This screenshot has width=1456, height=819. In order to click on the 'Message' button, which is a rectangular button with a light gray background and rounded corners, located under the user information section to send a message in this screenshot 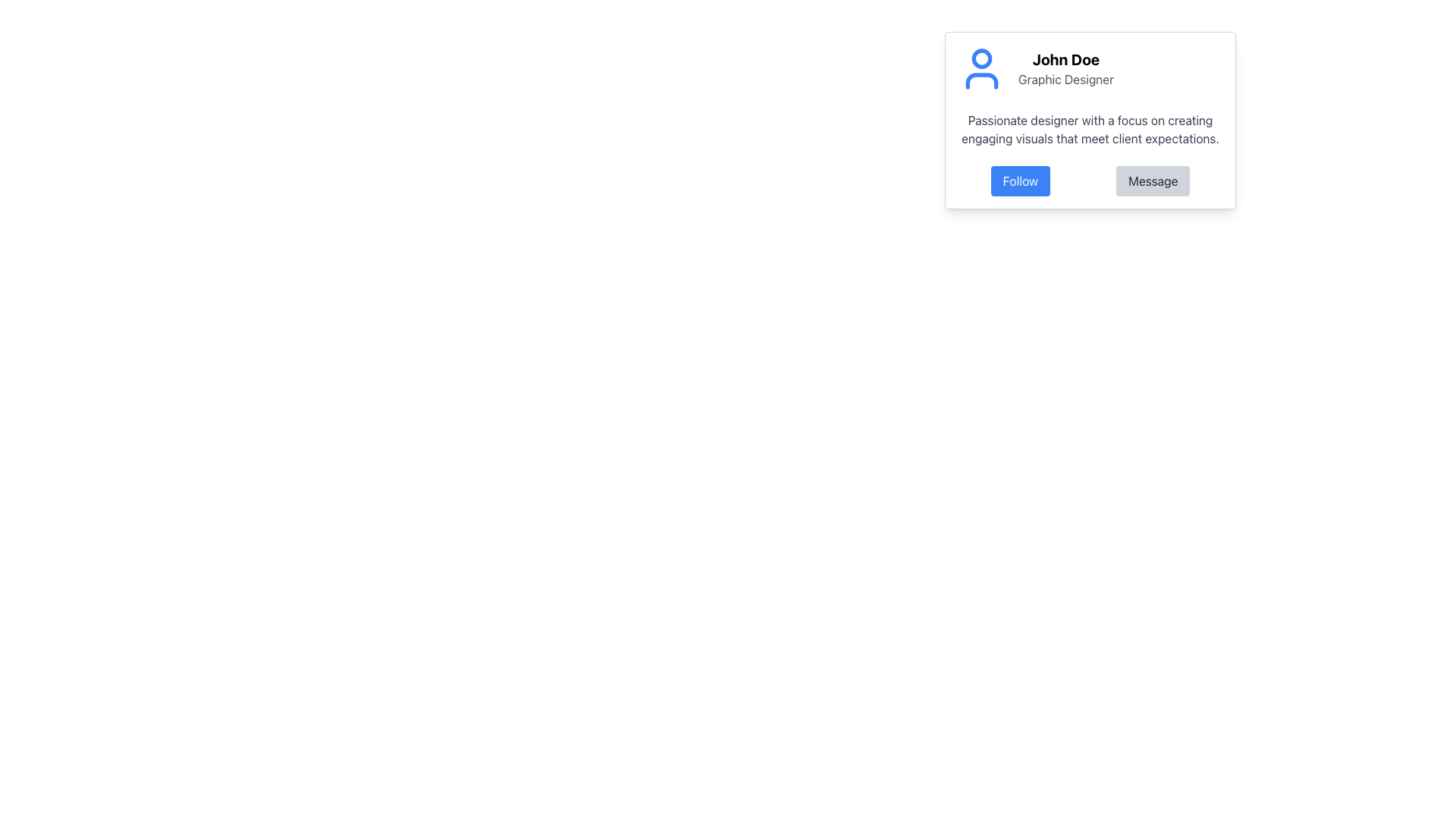, I will do `click(1153, 180)`.